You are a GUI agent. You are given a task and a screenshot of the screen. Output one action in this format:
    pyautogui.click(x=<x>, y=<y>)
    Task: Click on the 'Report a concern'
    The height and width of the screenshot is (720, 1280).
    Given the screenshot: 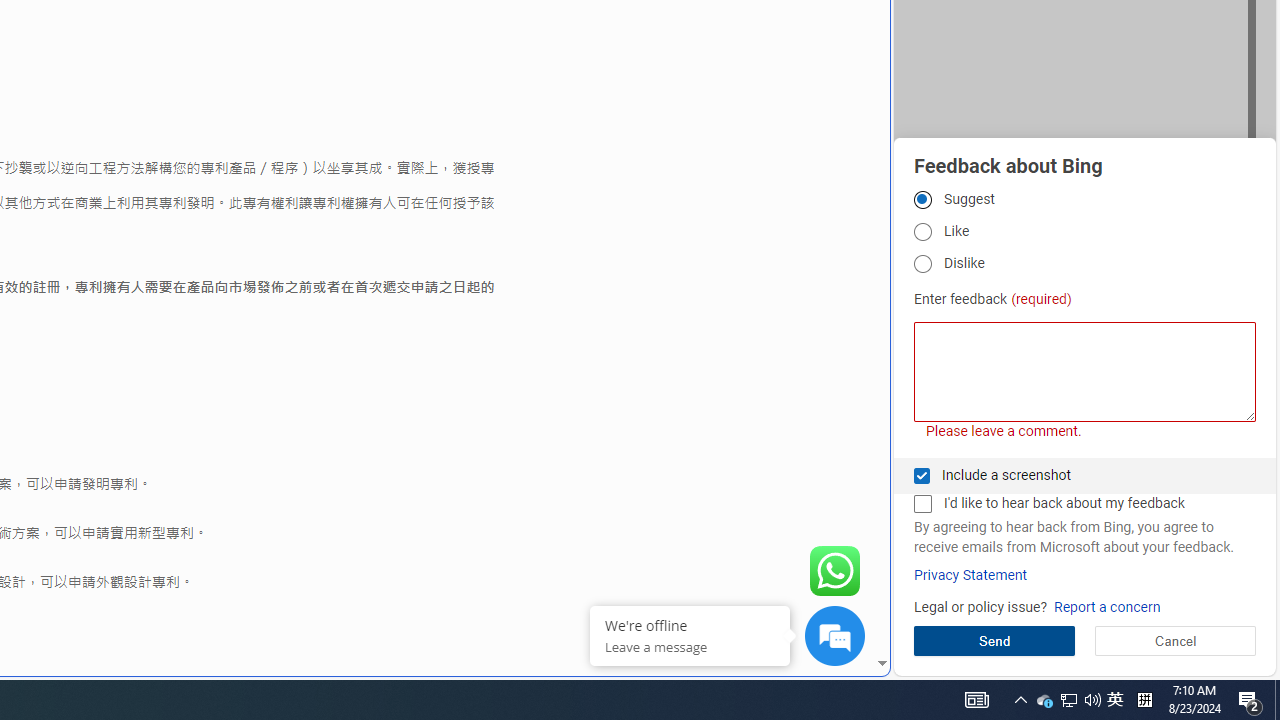 What is the action you would take?
    pyautogui.click(x=1106, y=606)
    